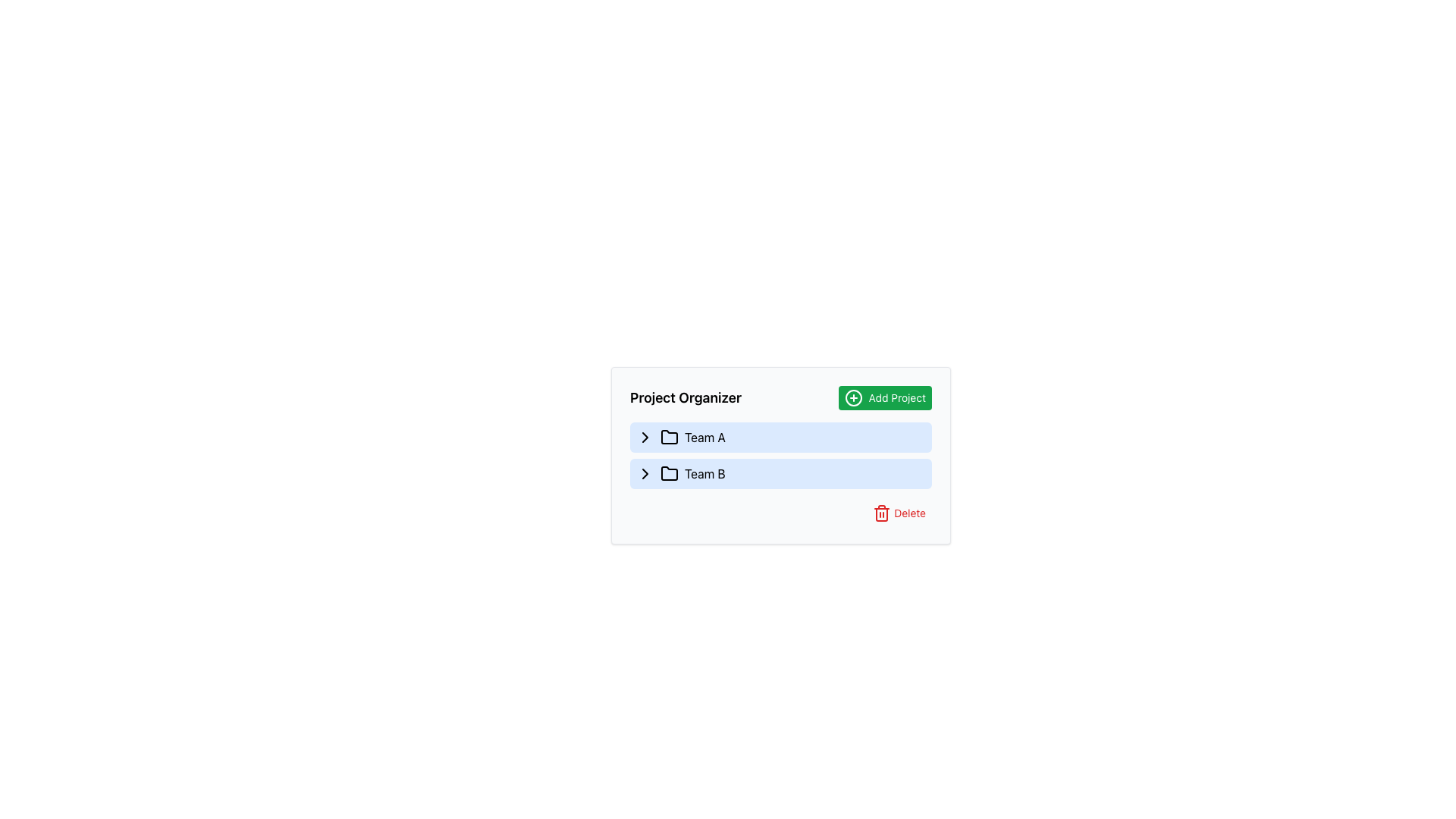 The width and height of the screenshot is (1456, 819). What do you see at coordinates (884, 397) in the screenshot?
I see `the green rectangular button labeled 'Add Project' with a '+' icon` at bounding box center [884, 397].